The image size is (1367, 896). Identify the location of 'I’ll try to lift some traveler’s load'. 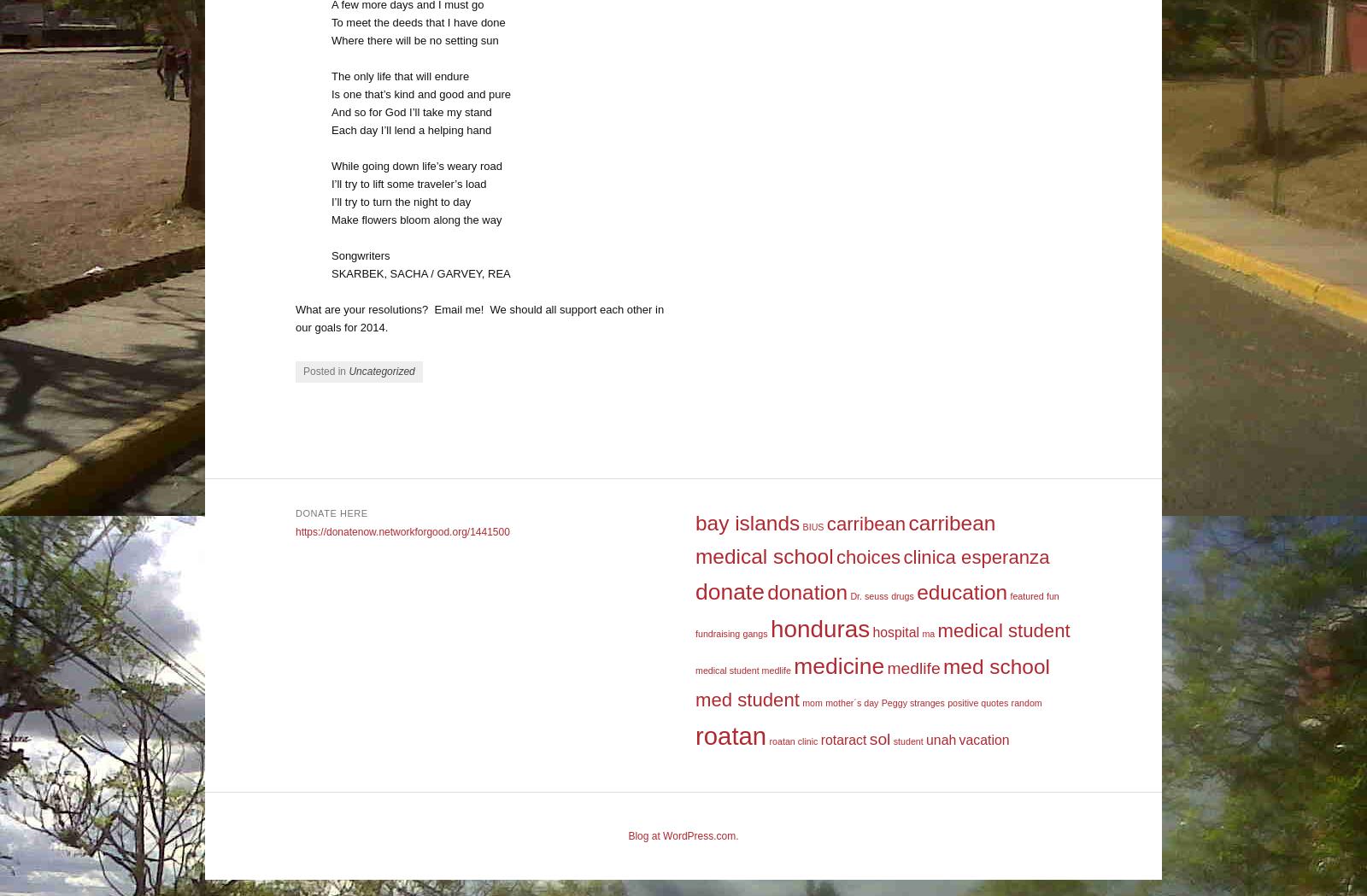
(408, 183).